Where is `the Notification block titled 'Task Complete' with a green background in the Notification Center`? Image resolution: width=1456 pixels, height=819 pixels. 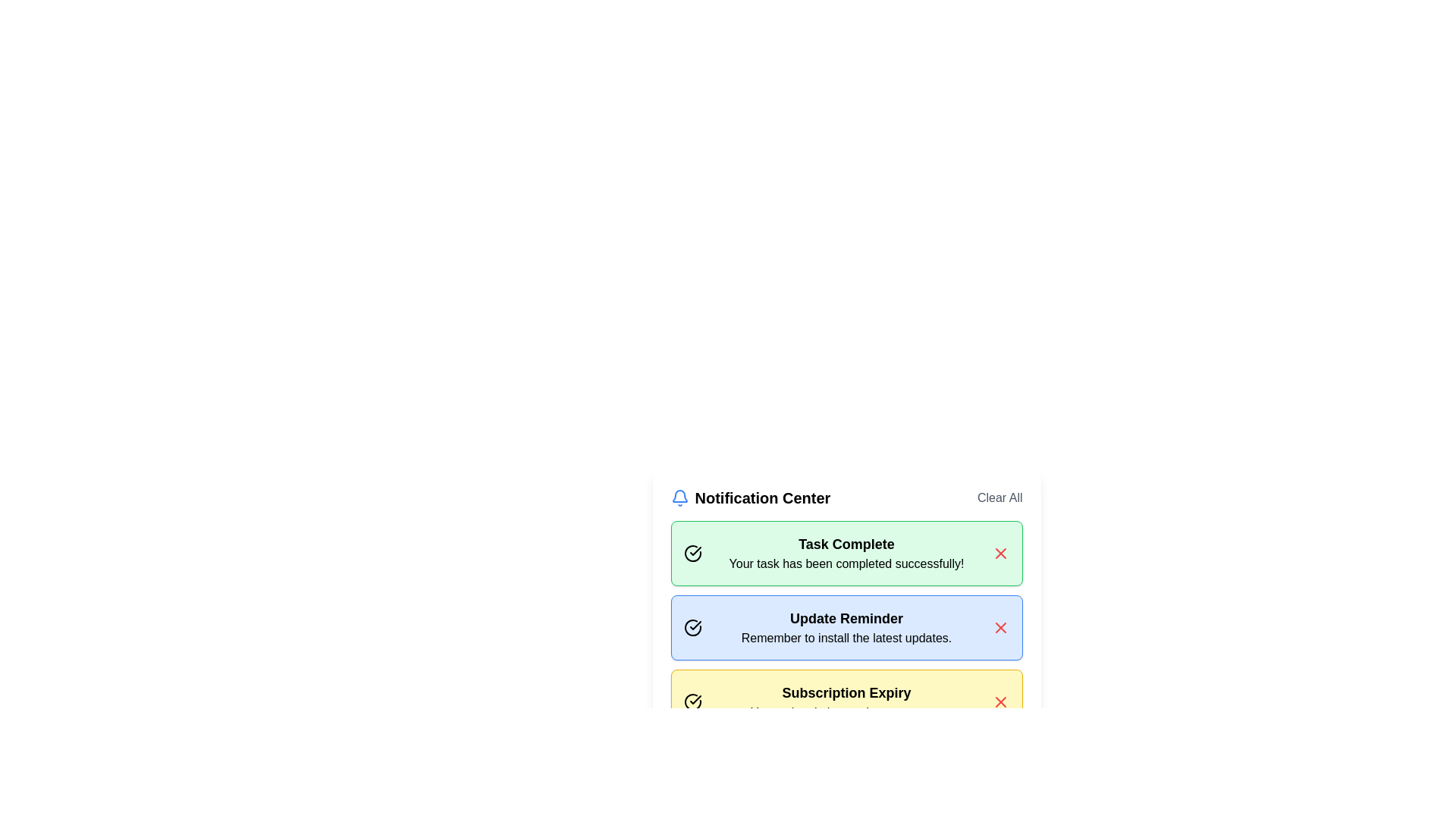 the Notification block titled 'Task Complete' with a green background in the Notification Center is located at coordinates (846, 579).